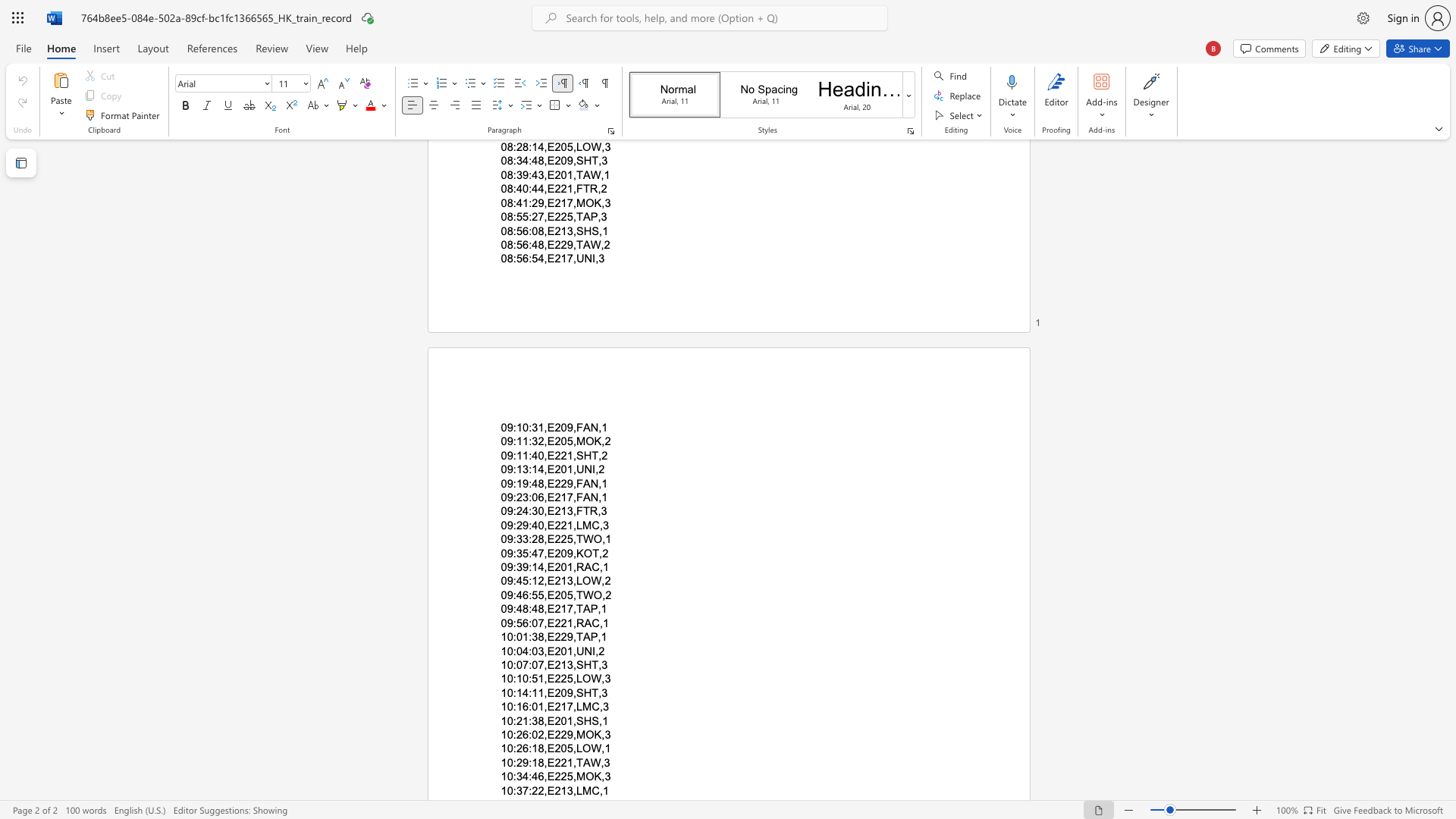 This screenshot has width=1456, height=819. I want to click on the space between the continuous character "T" and "," in the text, so click(597, 553).